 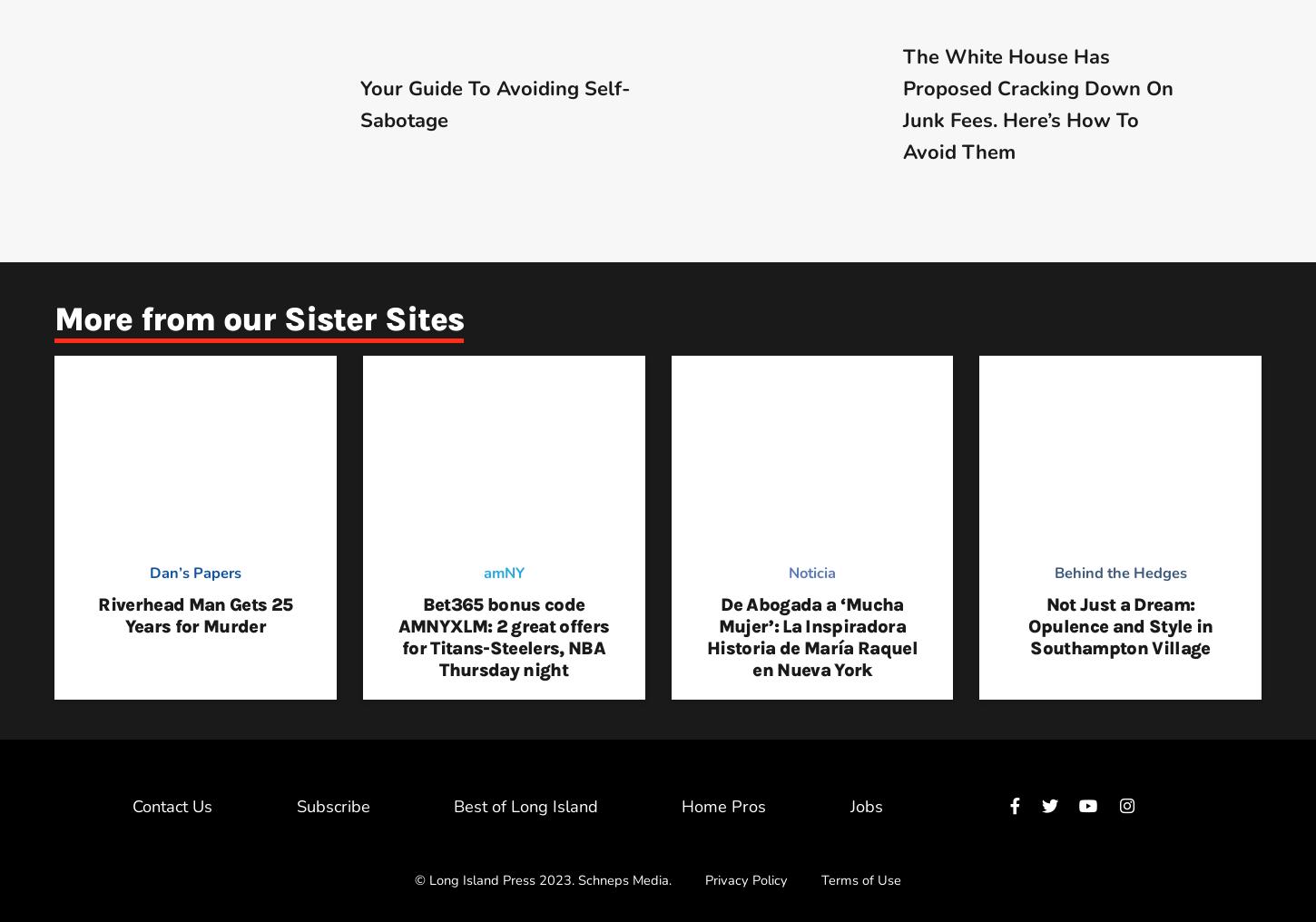 I want to click on 'Your Guide To Avoiding', so click(x=359, y=88).